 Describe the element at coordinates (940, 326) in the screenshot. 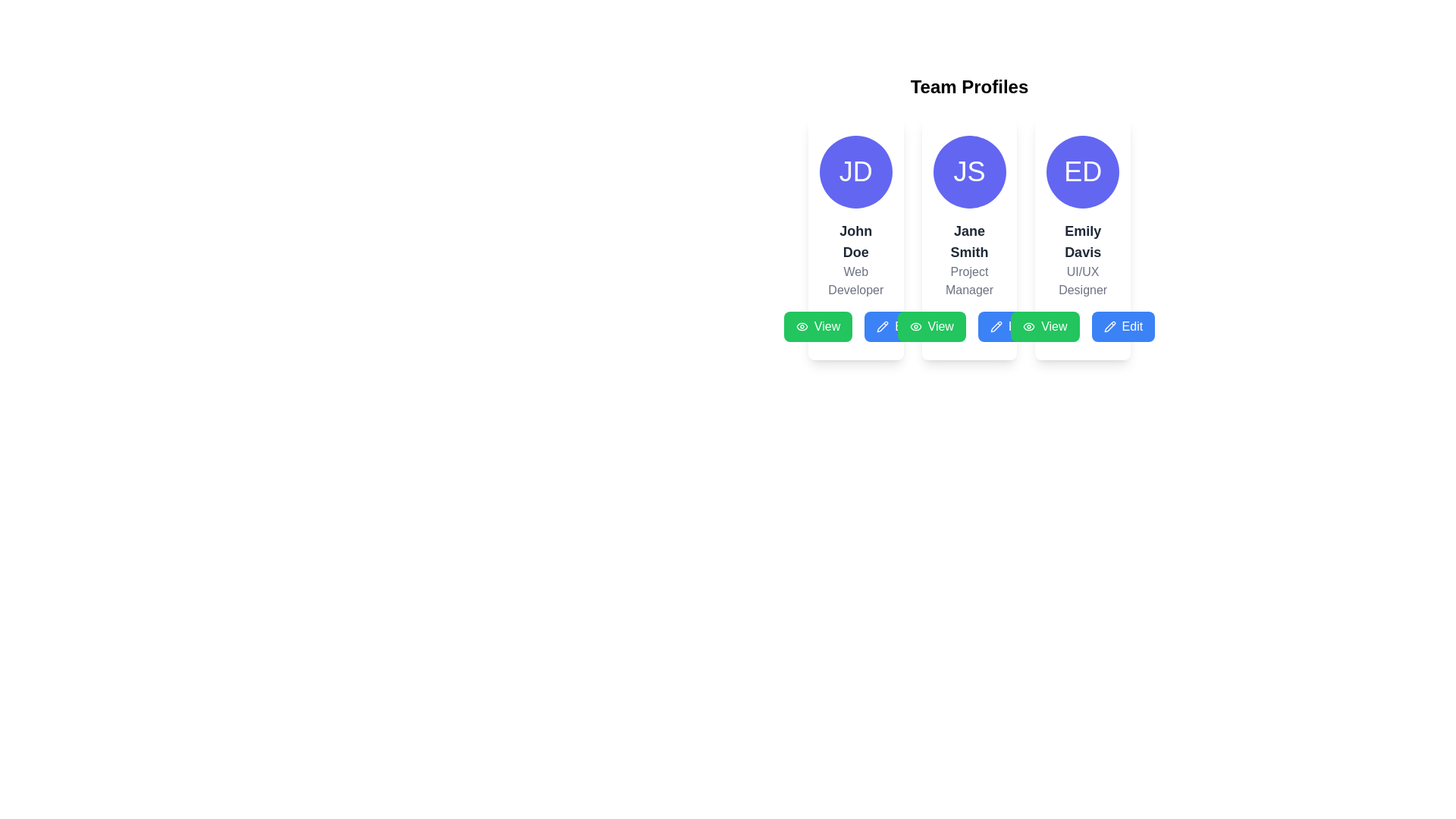

I see `the text label within the green button located below the profile titled 'Jane Smith', positioned to the right of the eye icon` at that location.